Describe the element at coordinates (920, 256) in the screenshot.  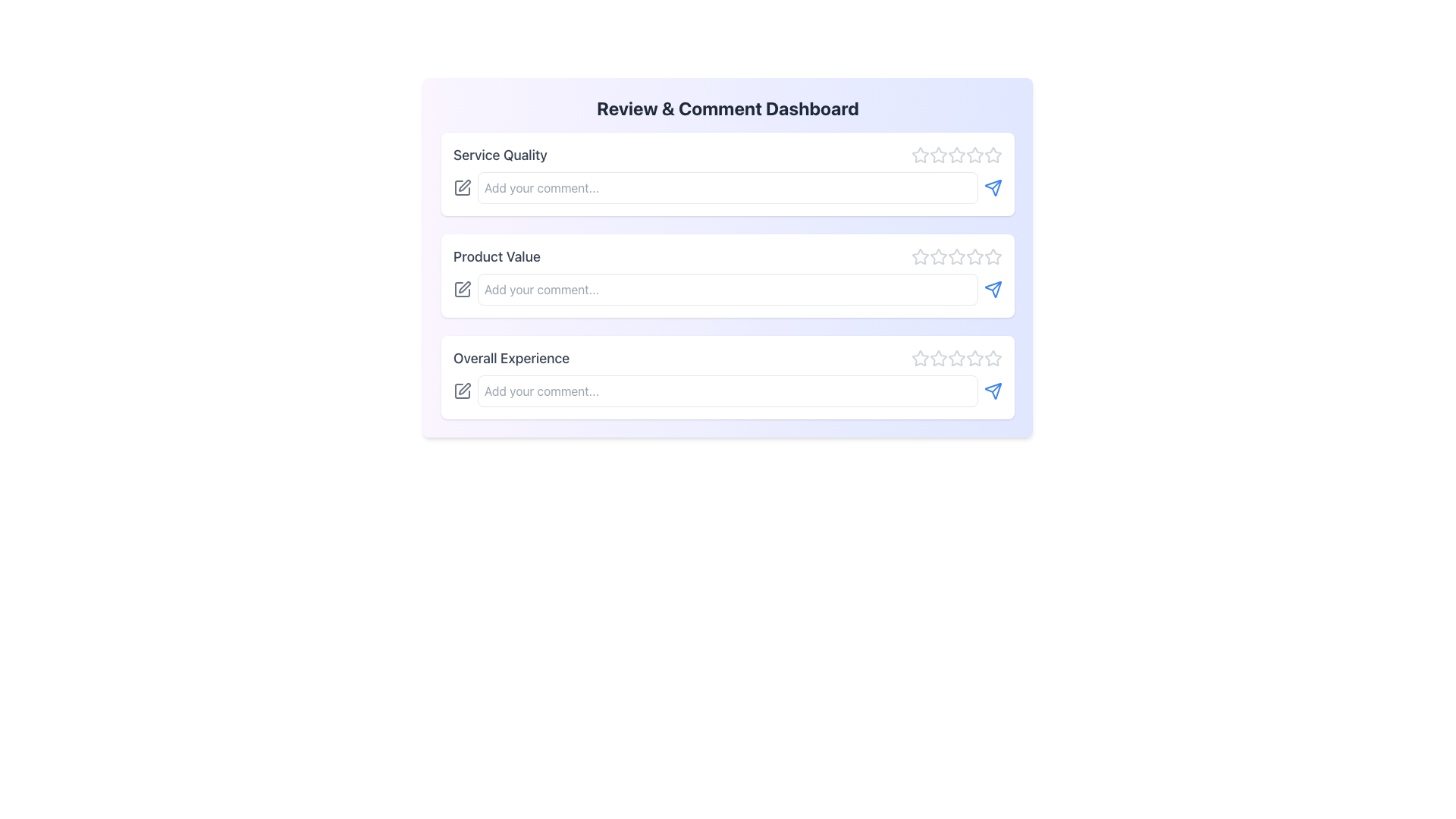
I see `the first star in the 5-star rating group for the 'Product Value' section of the dashboard to indicate a 1-star rating` at that location.